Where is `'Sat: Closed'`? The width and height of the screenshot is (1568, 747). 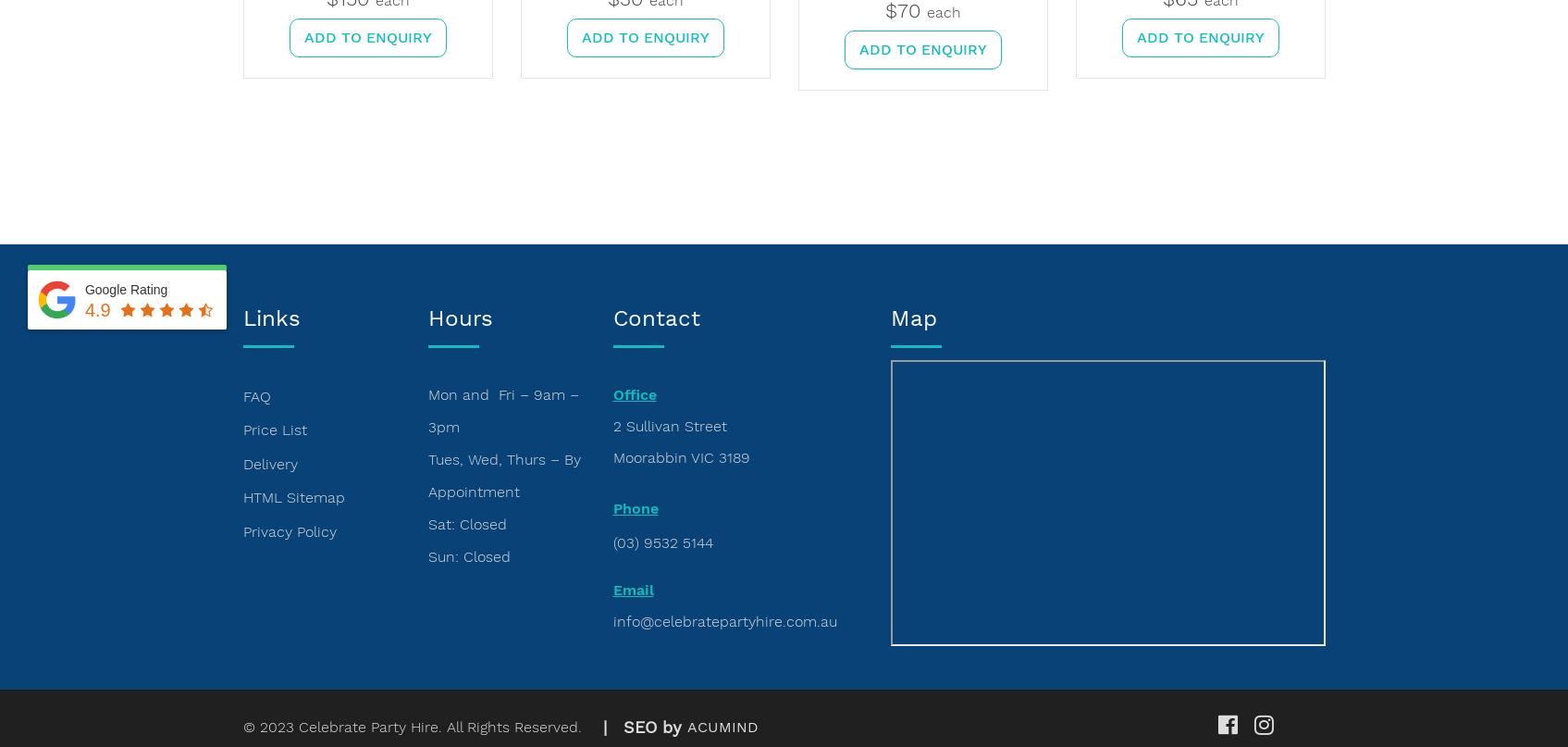
'Sat: Closed' is located at coordinates (465, 523).